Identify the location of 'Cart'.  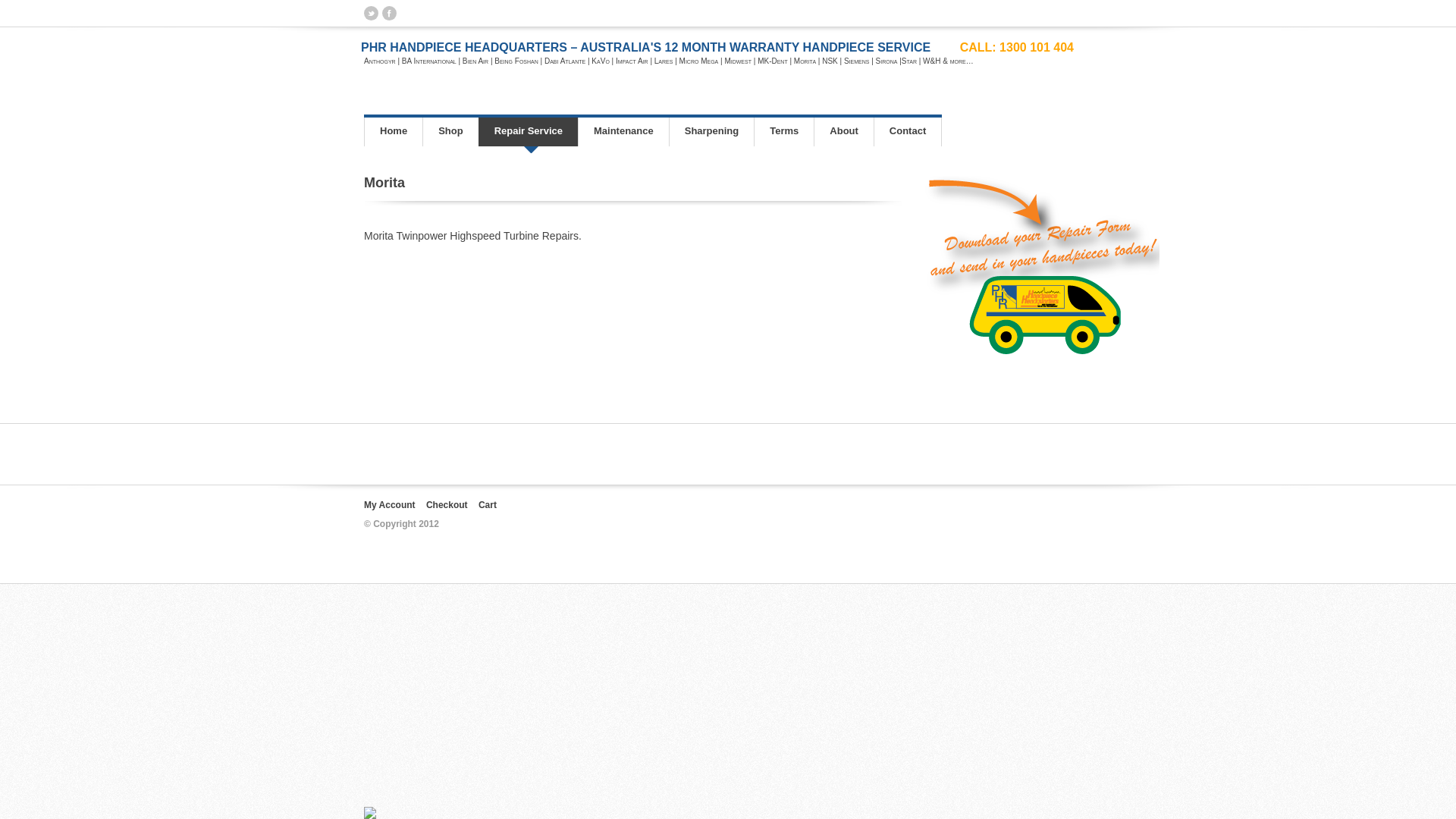
(488, 505).